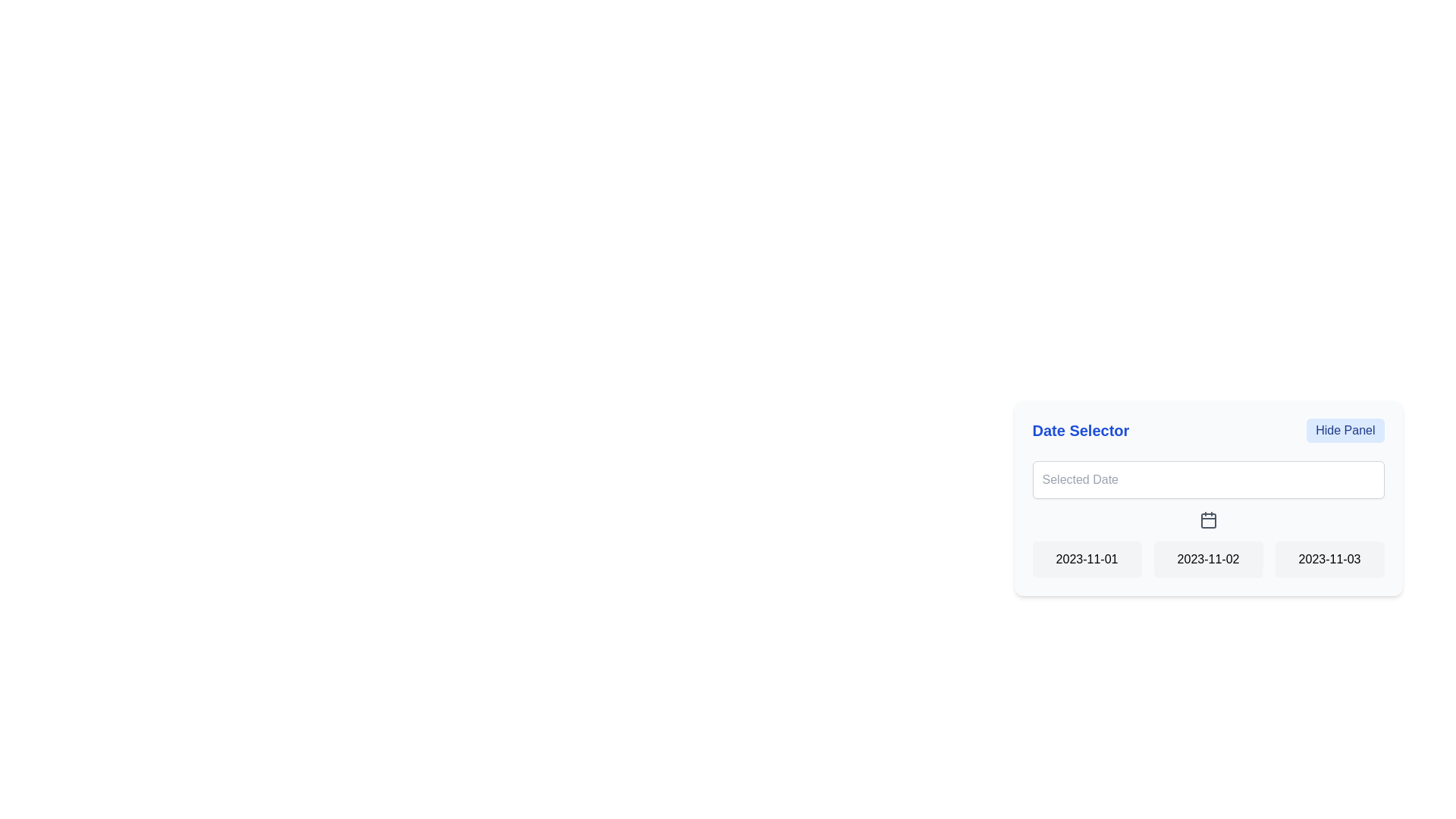 This screenshot has height=819, width=1456. I want to click on the button representing the date '2023-11-02', so click(1207, 559).